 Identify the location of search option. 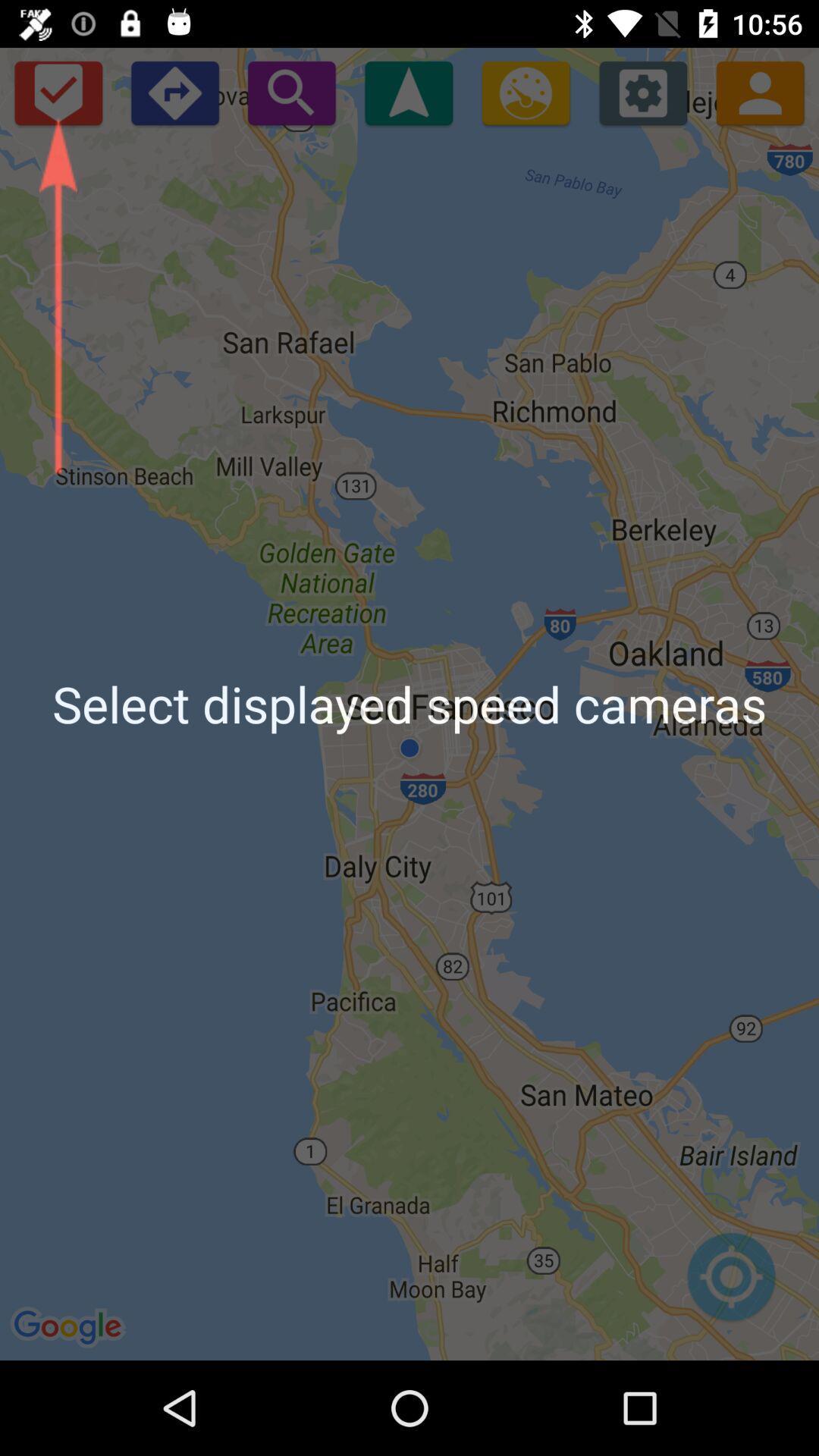
(291, 92).